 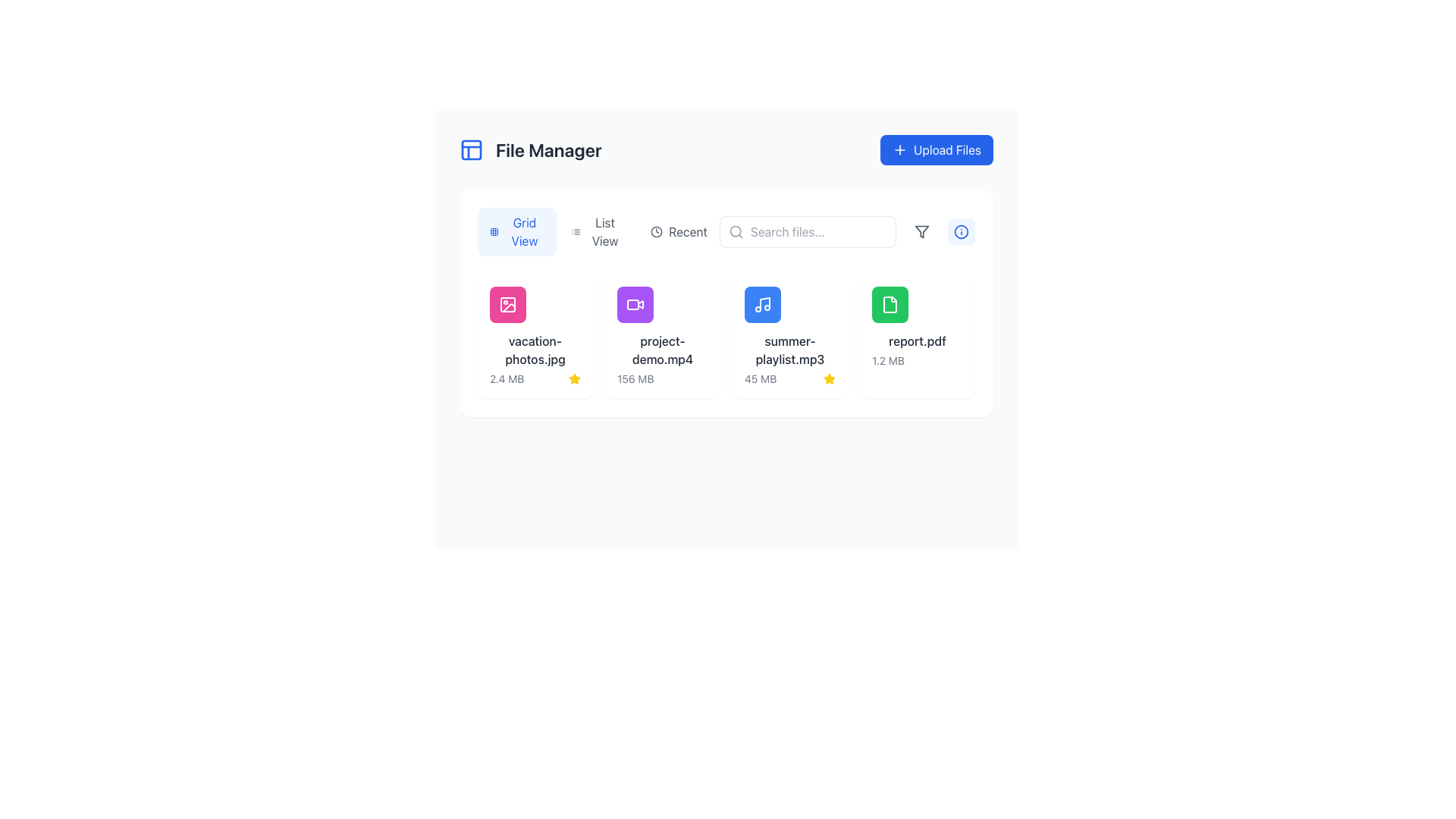 I want to click on the 'report.pdf' file entry in the file manager, so click(x=916, y=327).